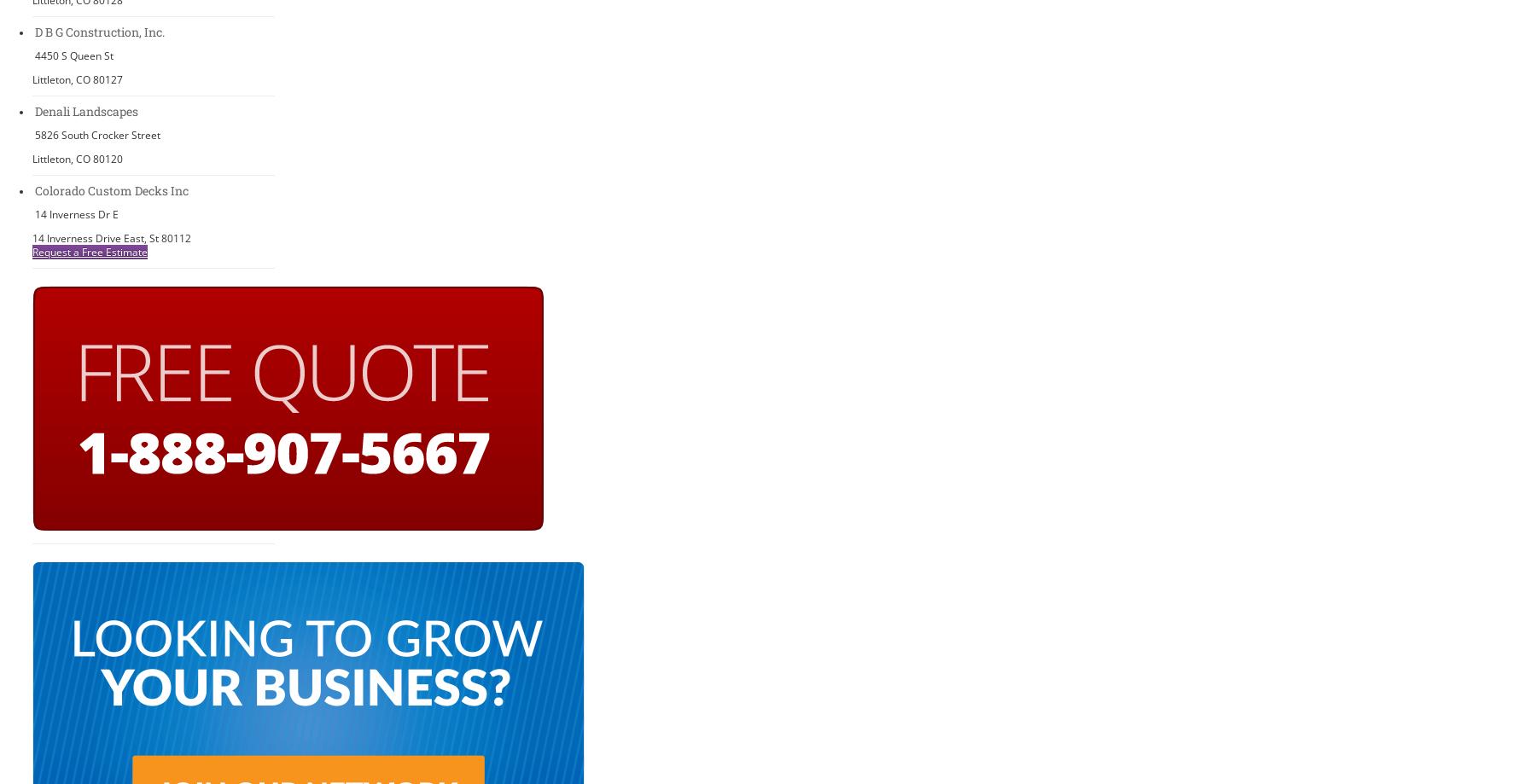 The width and height of the screenshot is (1520, 784). What do you see at coordinates (154, 236) in the screenshot?
I see `'St'` at bounding box center [154, 236].